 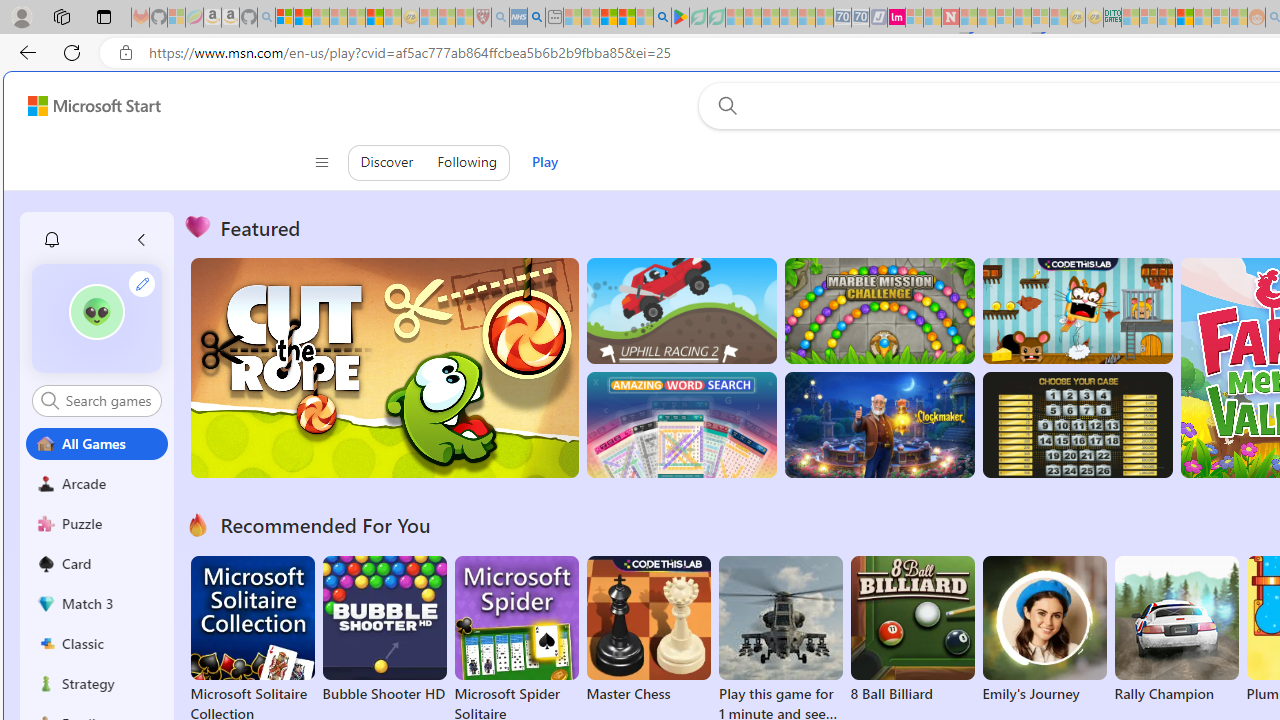 What do you see at coordinates (879, 311) in the screenshot?
I see `'Marble Mission : Challenge'` at bounding box center [879, 311].